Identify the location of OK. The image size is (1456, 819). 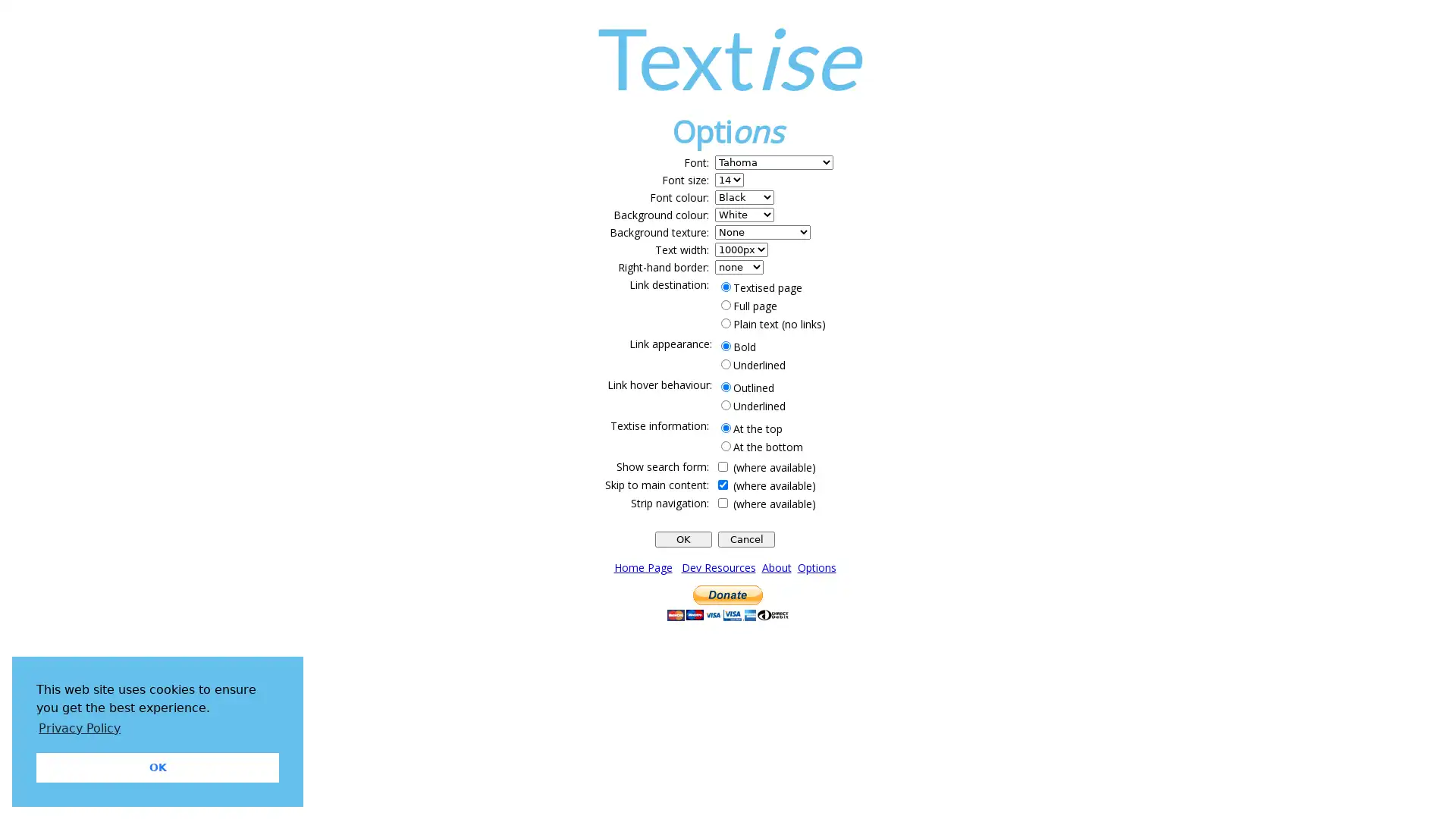
(682, 538).